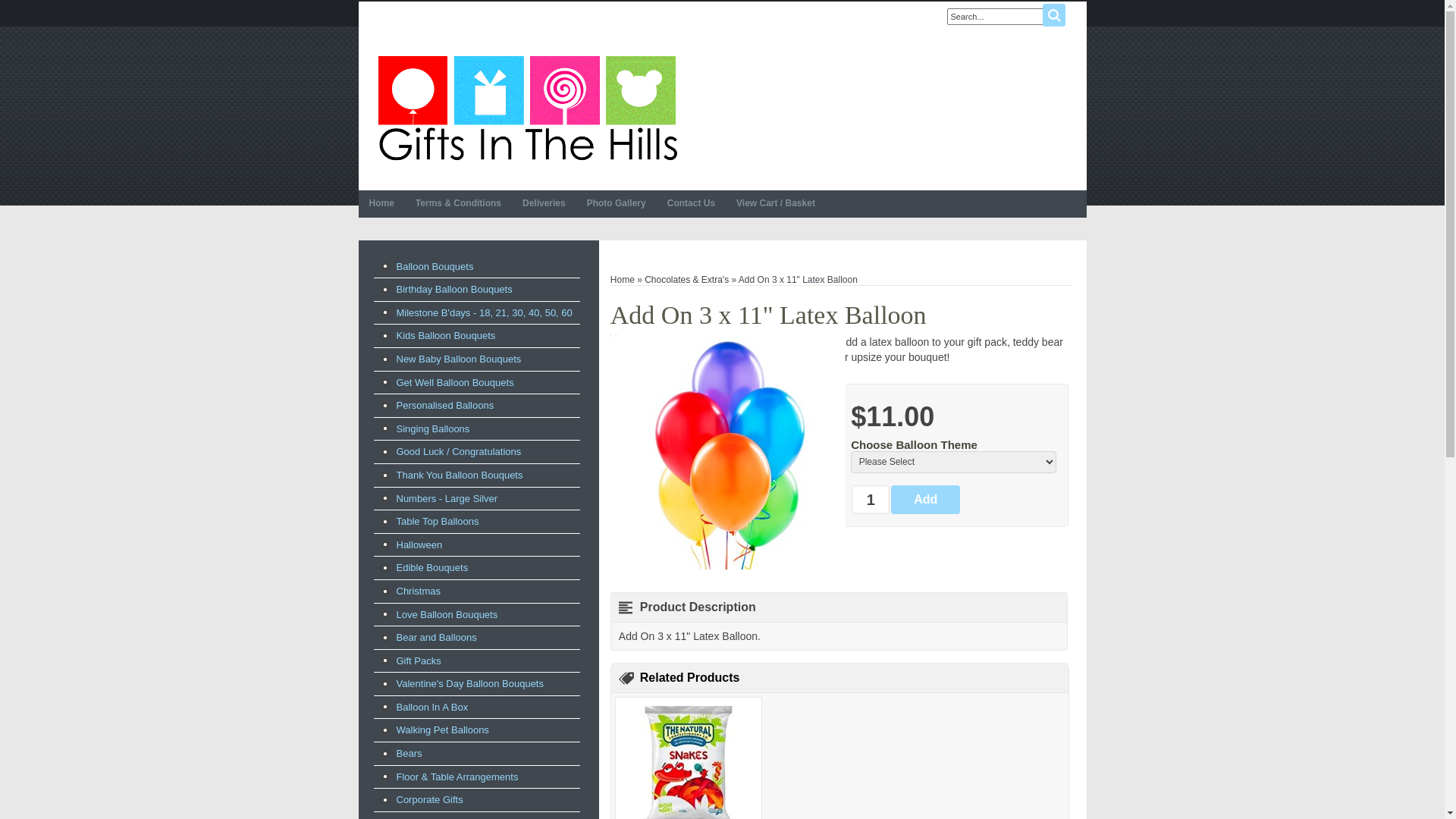  I want to click on 'Christmas', so click(475, 590).